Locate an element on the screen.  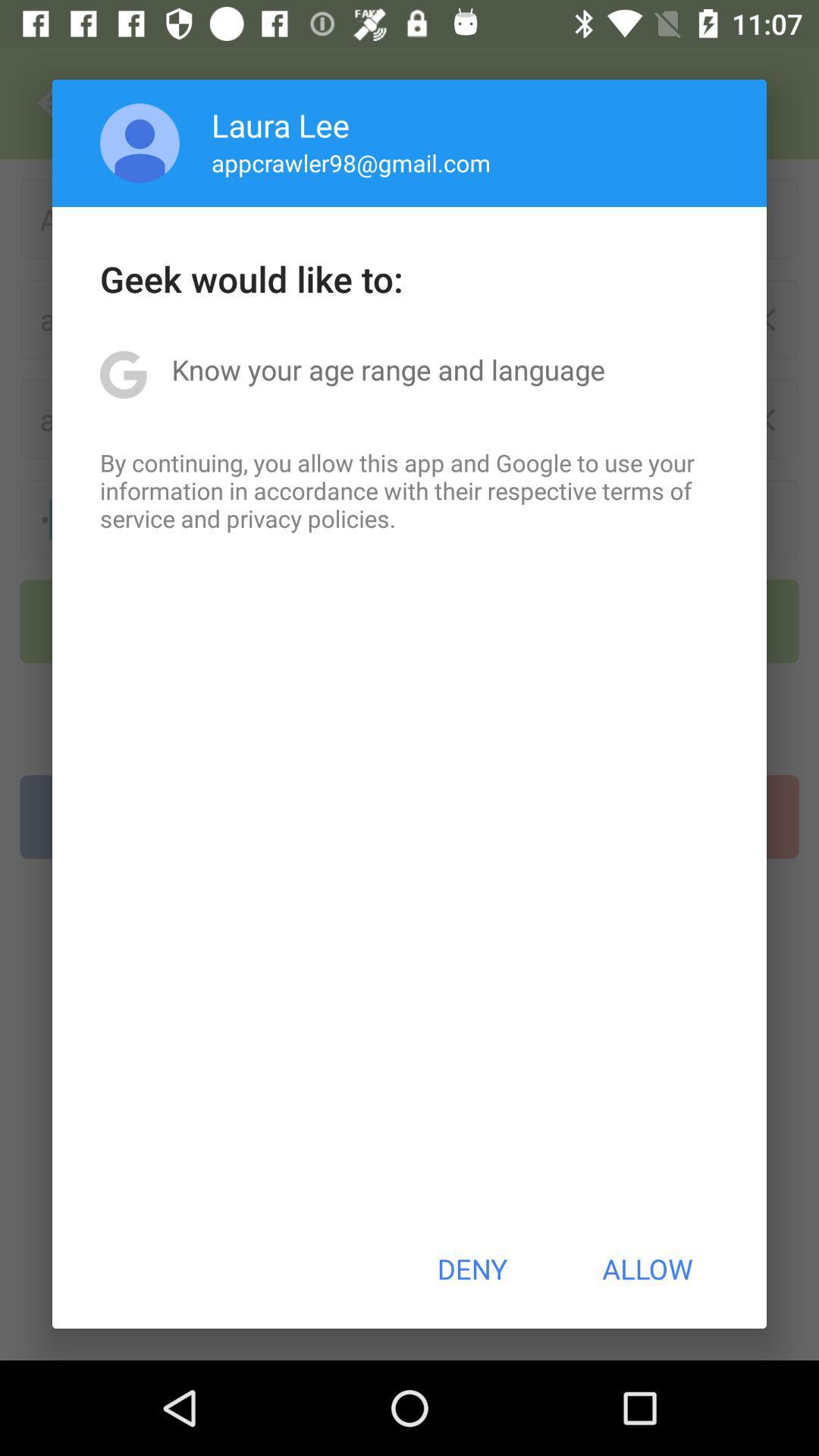
the know your age app is located at coordinates (388, 369).